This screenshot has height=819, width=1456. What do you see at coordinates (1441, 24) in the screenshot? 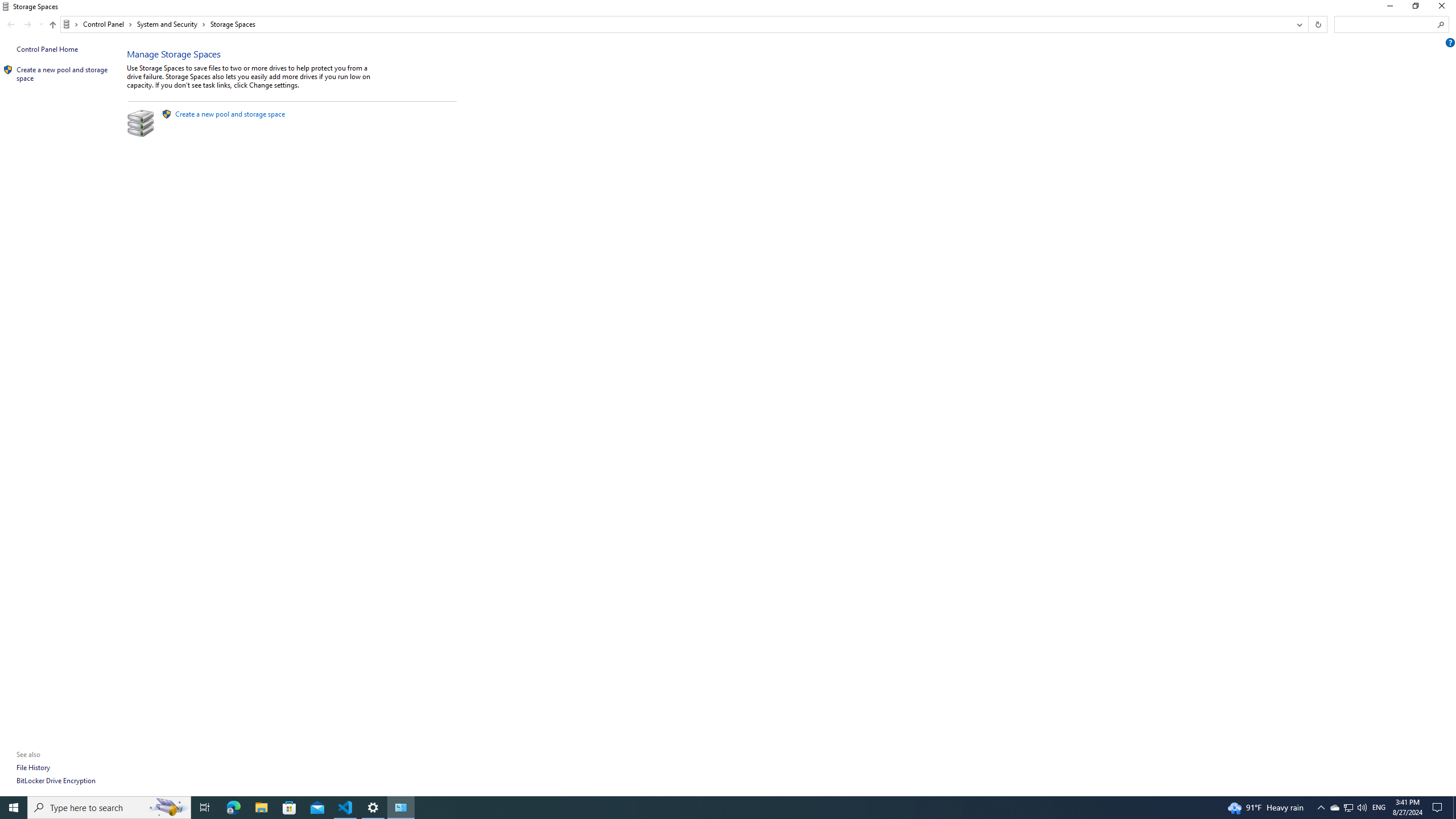
I see `'Search'` at bounding box center [1441, 24].